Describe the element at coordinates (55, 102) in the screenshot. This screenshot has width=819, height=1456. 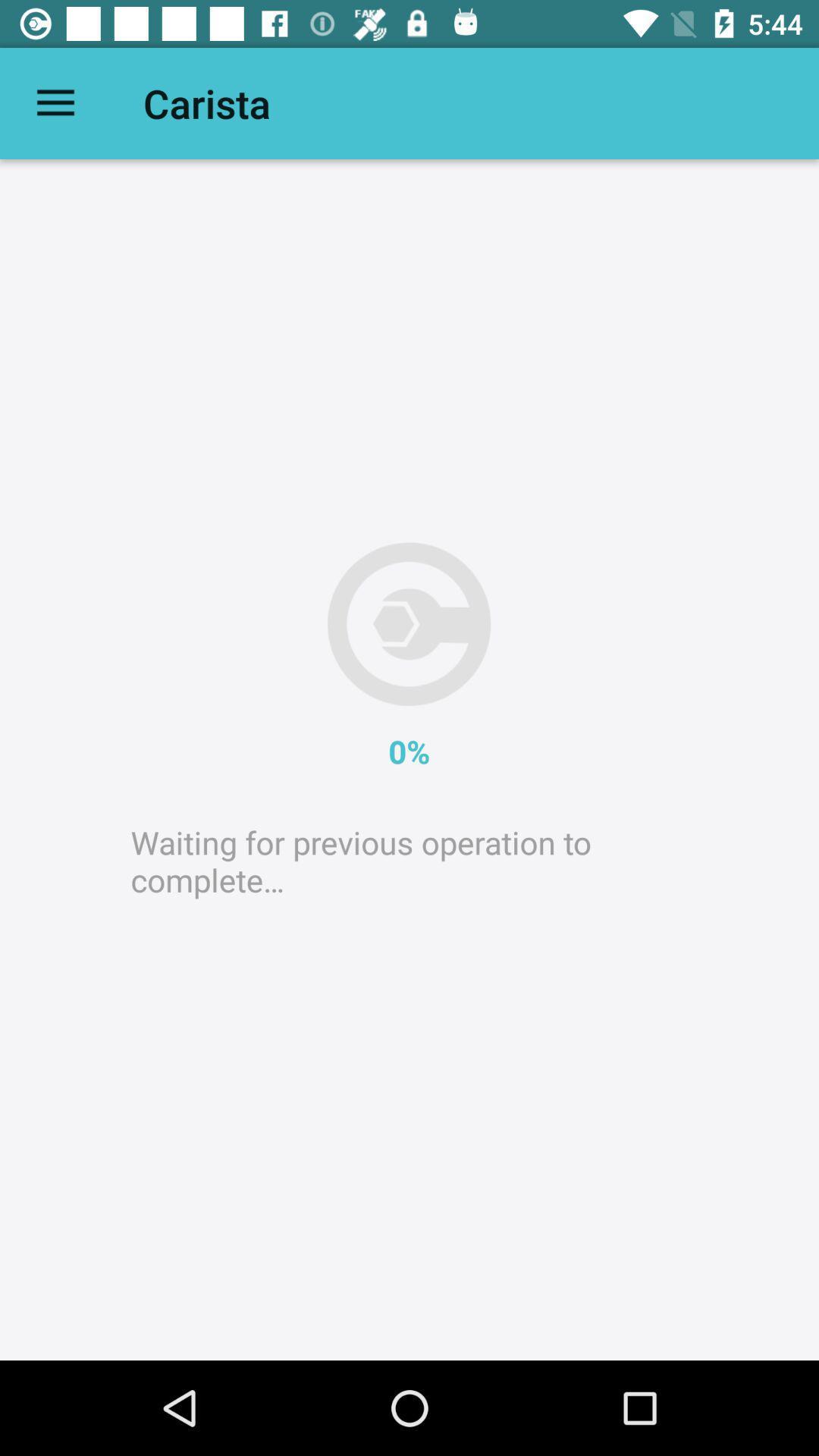
I see `item to the left of carista icon` at that location.